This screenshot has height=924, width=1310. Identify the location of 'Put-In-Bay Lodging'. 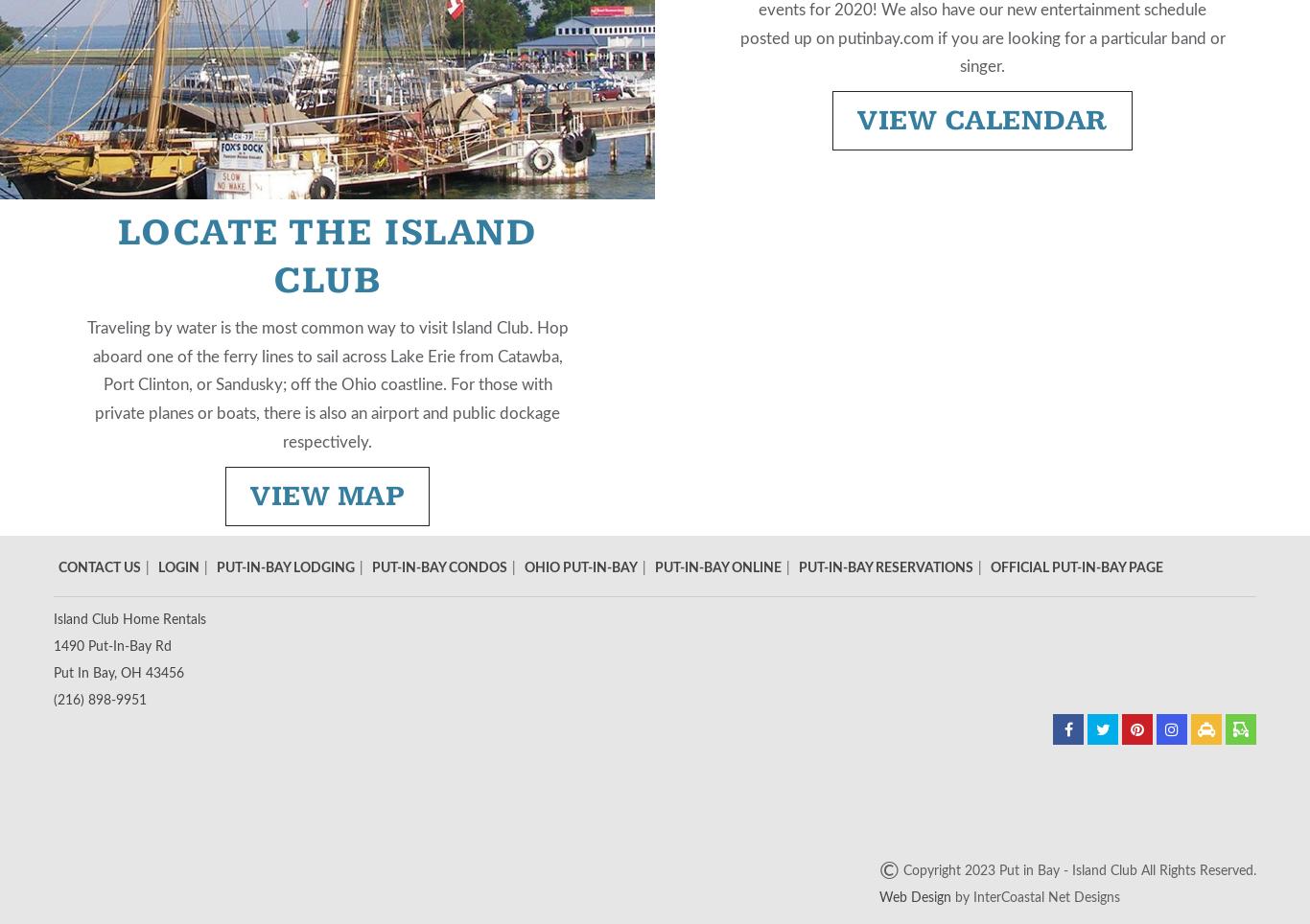
(215, 566).